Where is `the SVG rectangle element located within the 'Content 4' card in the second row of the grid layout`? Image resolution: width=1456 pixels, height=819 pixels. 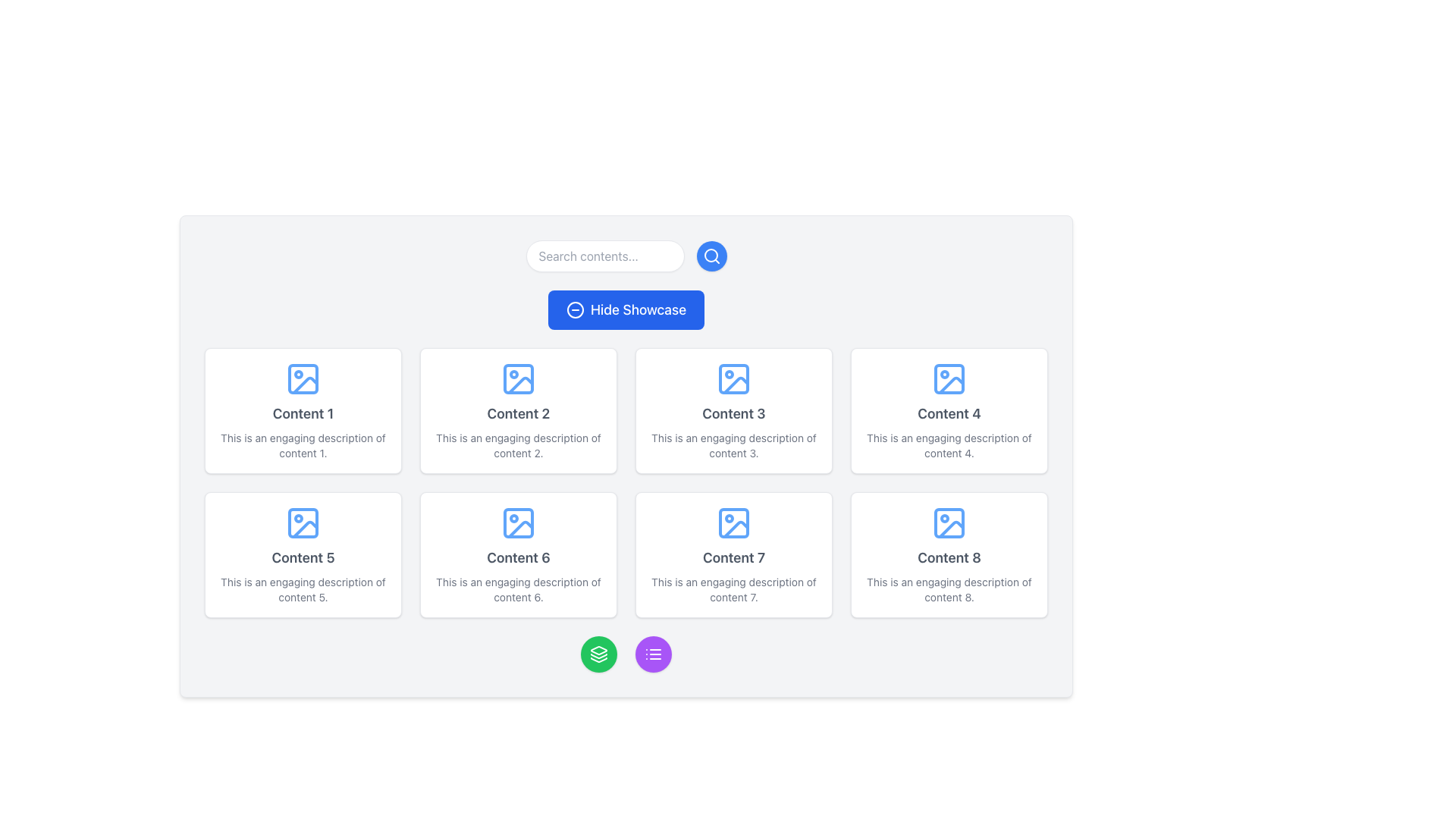 the SVG rectangle element located within the 'Content 4' card in the second row of the grid layout is located at coordinates (949, 378).